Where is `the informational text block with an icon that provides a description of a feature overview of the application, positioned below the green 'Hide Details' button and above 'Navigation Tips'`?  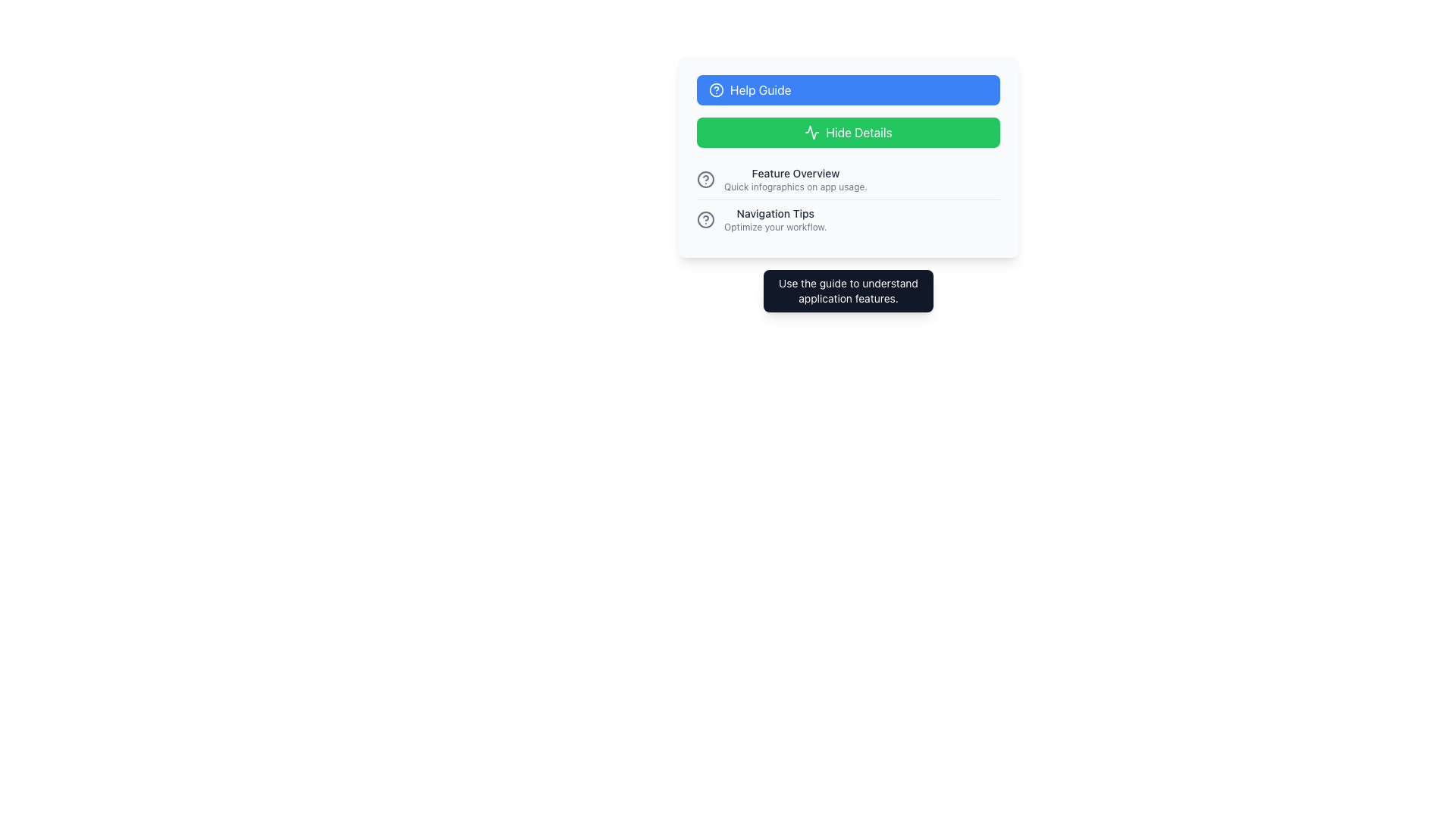
the informational text block with an icon that provides a description of a feature overview of the application, positioned below the green 'Hide Details' button and above 'Navigation Tips' is located at coordinates (847, 178).